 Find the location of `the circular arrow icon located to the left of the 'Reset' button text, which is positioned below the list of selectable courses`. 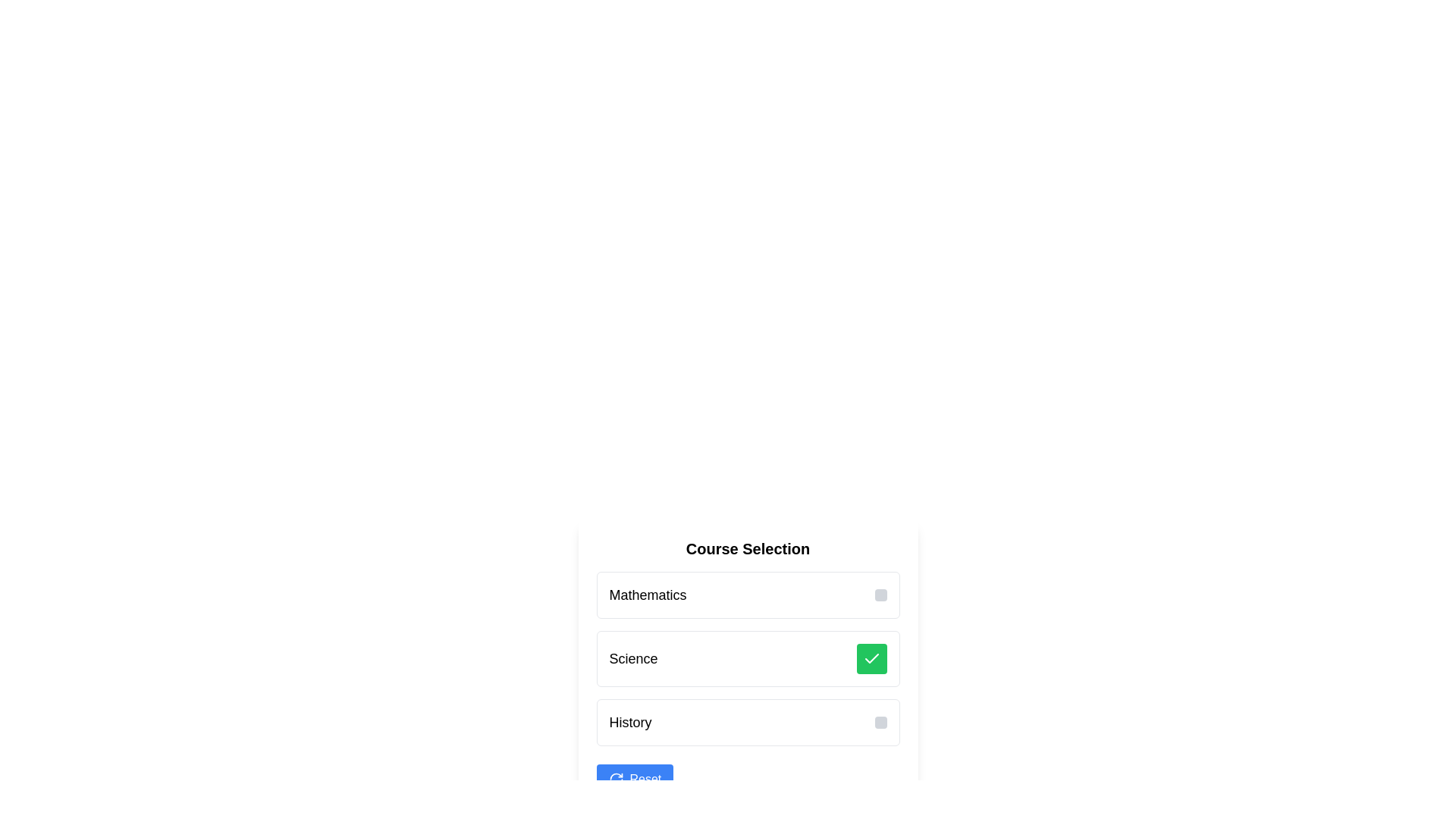

the circular arrow icon located to the left of the 'Reset' button text, which is positioned below the list of selectable courses is located at coordinates (616, 780).